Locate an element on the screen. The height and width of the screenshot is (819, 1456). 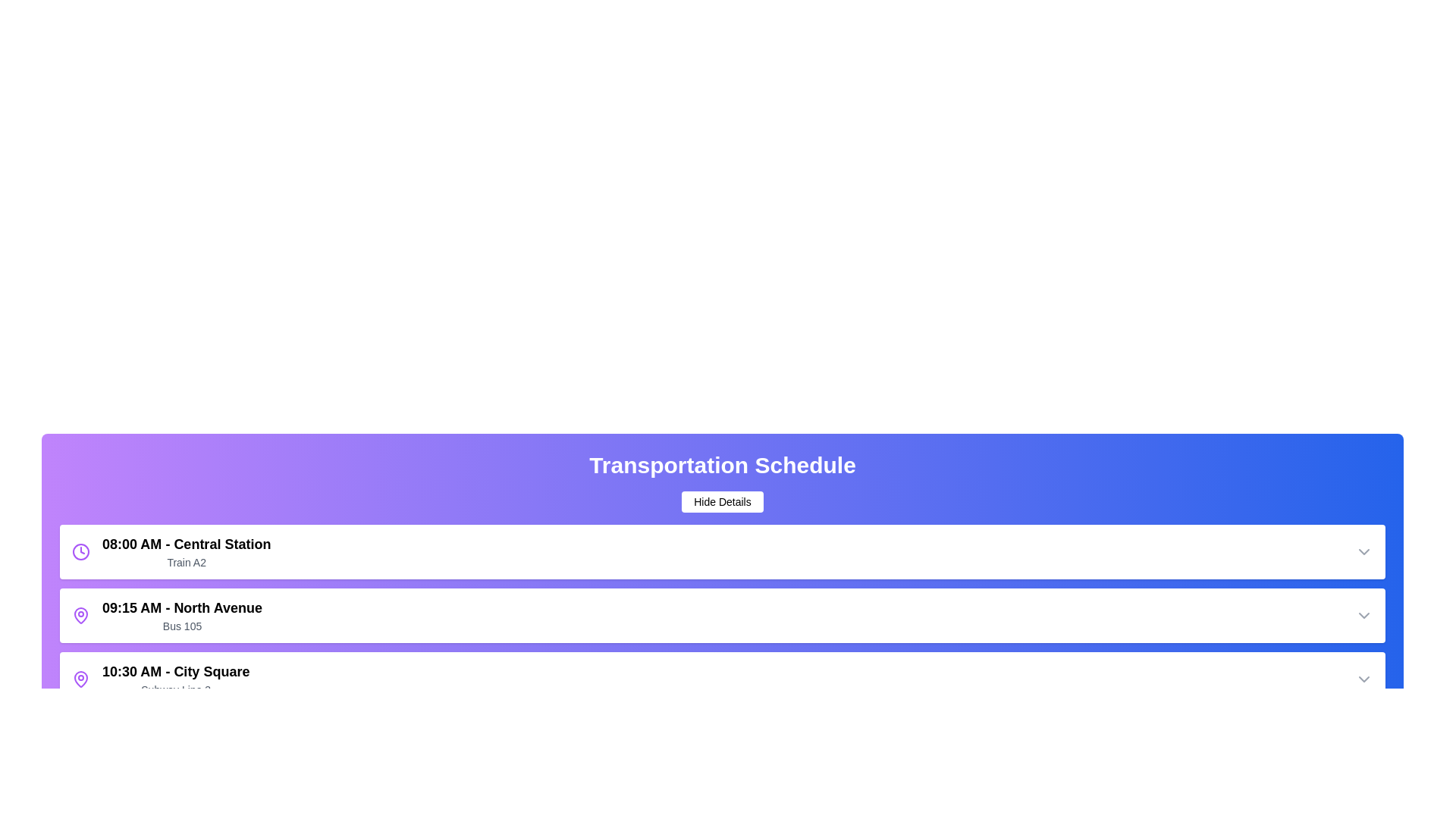
the clock icon of the schedule item at 08:00 AM is located at coordinates (80, 552).